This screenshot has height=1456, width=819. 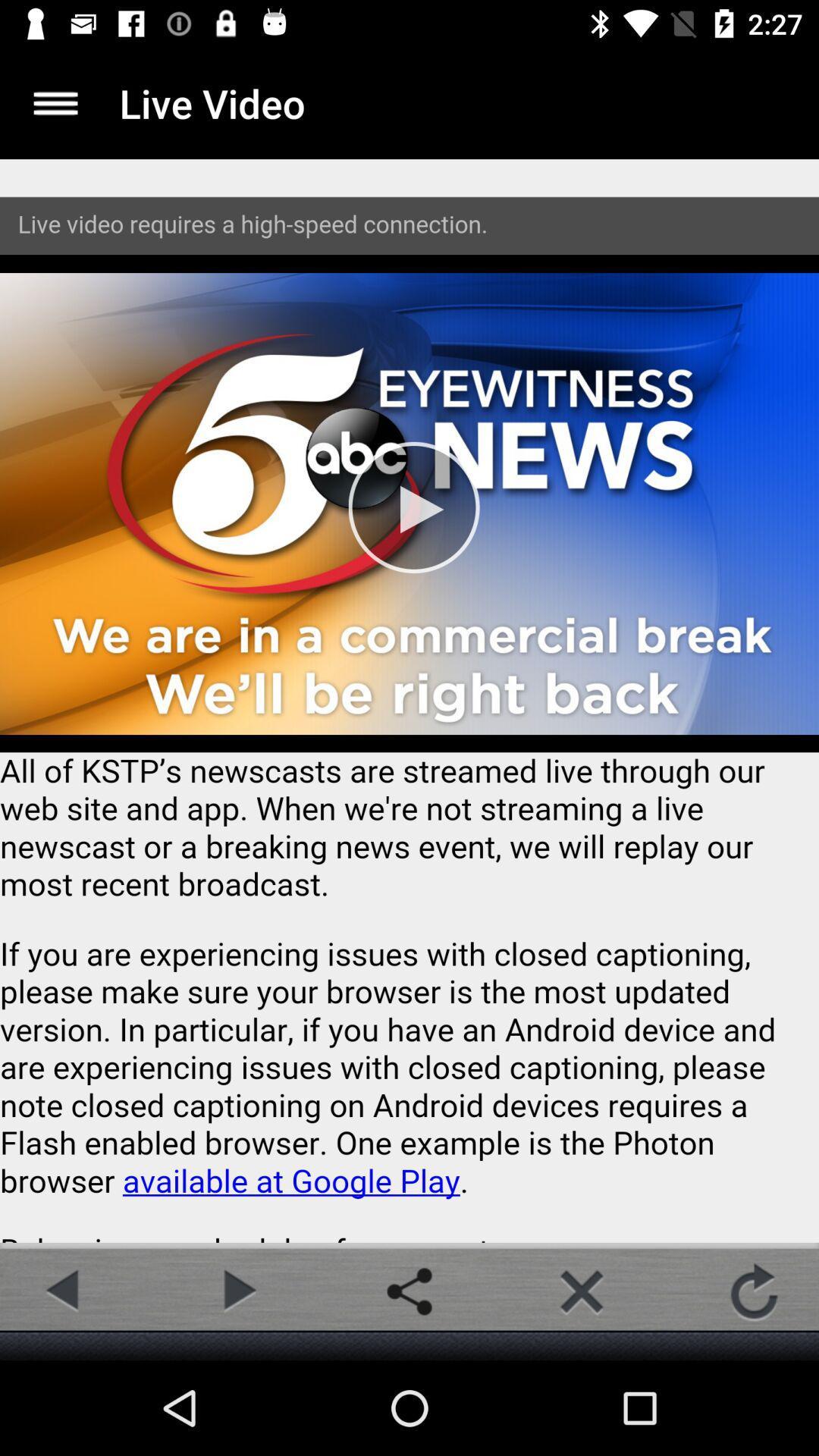 I want to click on go back, so click(x=64, y=1291).